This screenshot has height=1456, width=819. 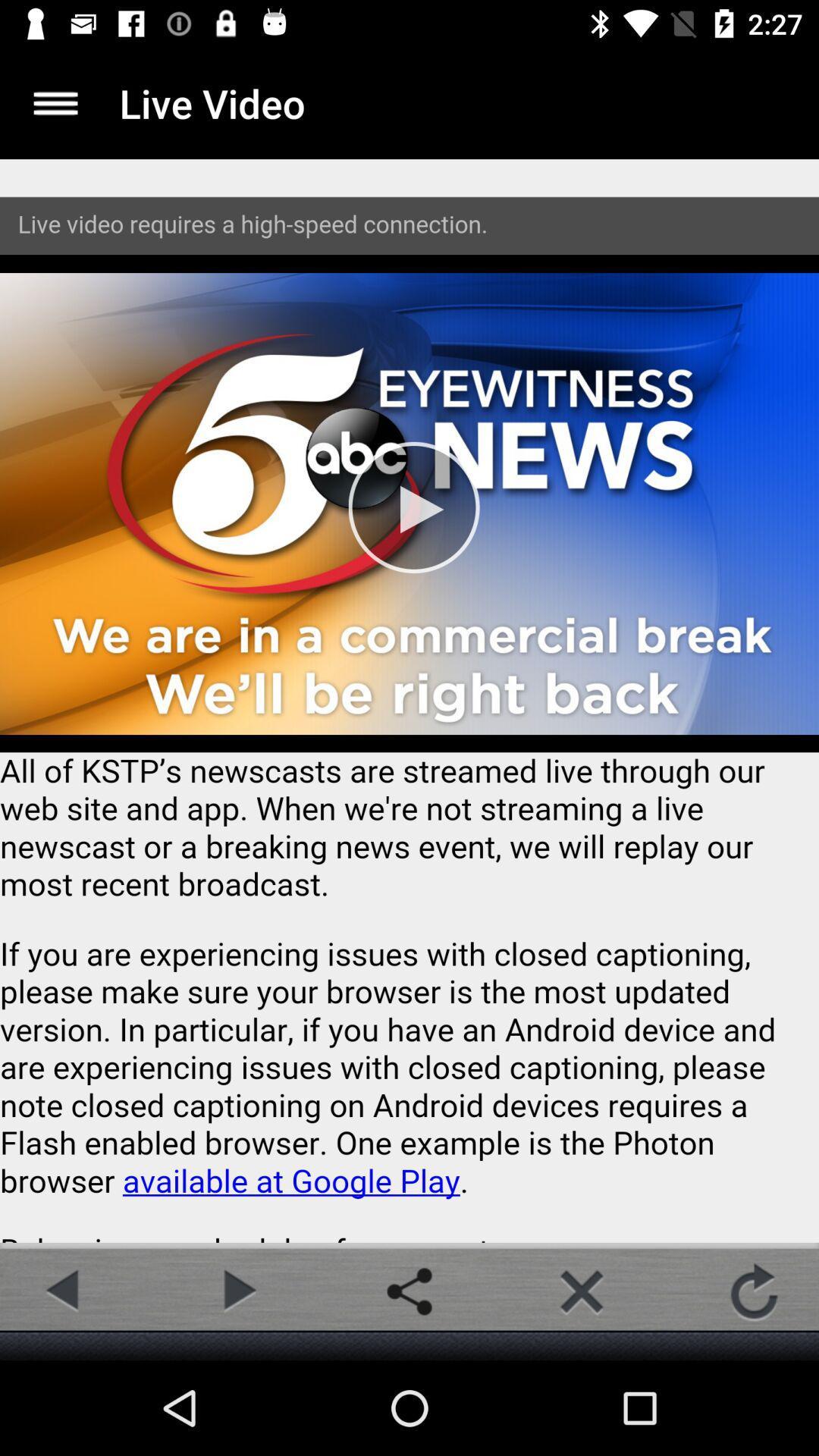 I want to click on go back, so click(x=64, y=1291).